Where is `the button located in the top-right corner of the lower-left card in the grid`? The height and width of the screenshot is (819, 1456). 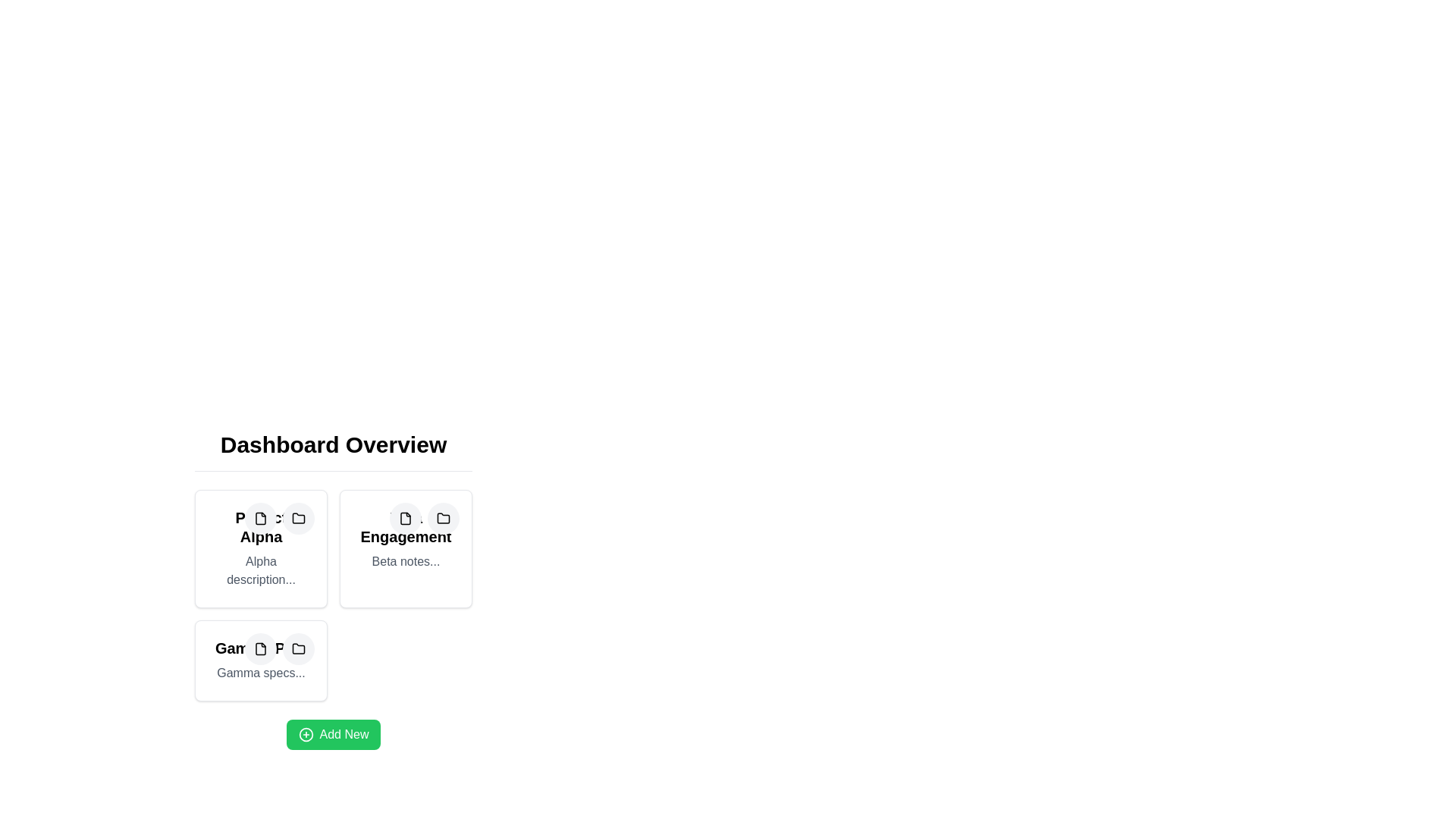
the button located in the top-right corner of the lower-left card in the grid is located at coordinates (261, 648).